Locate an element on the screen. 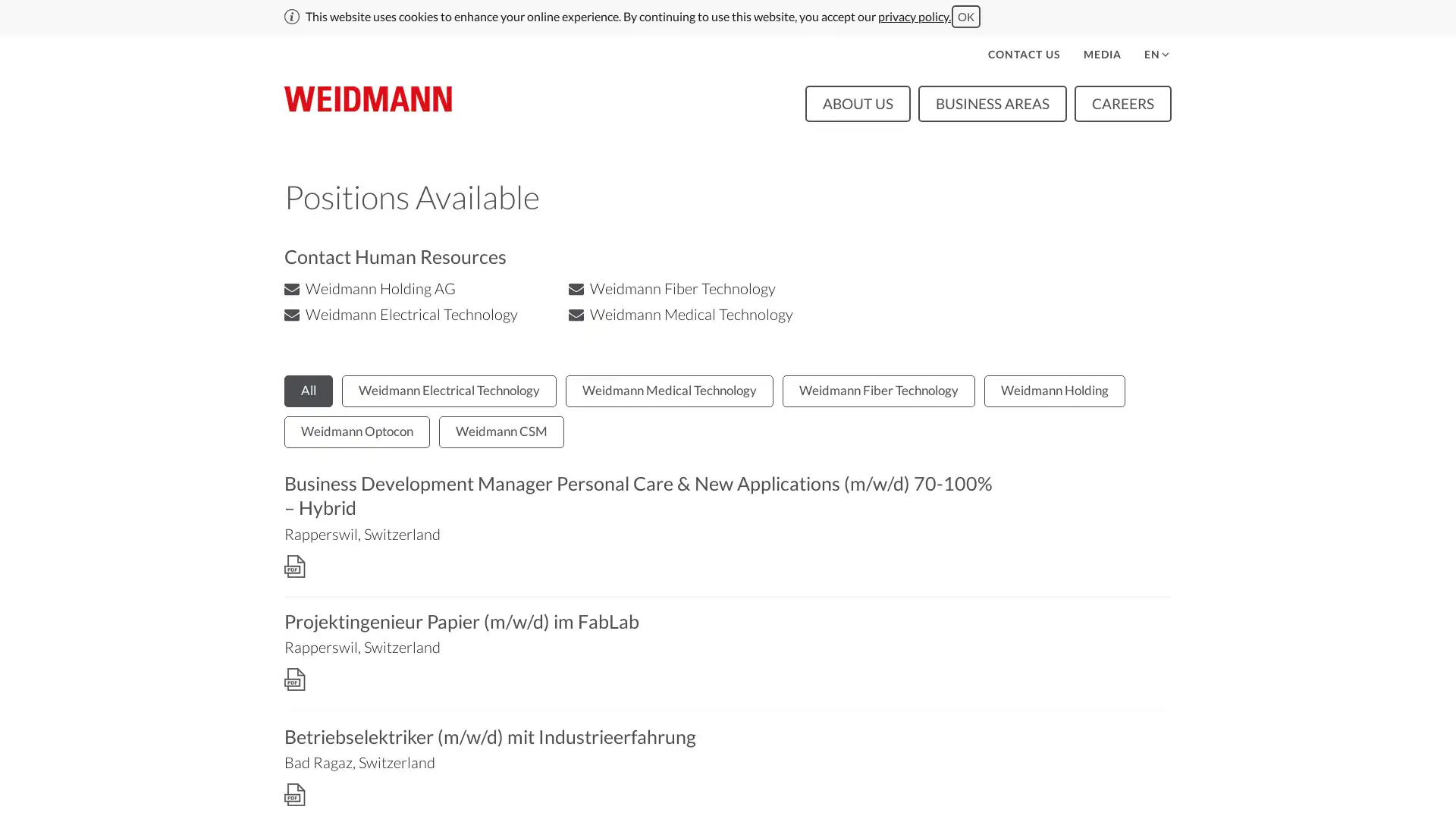 This screenshot has width=1456, height=819. Weidmann CSM is located at coordinates (501, 396).